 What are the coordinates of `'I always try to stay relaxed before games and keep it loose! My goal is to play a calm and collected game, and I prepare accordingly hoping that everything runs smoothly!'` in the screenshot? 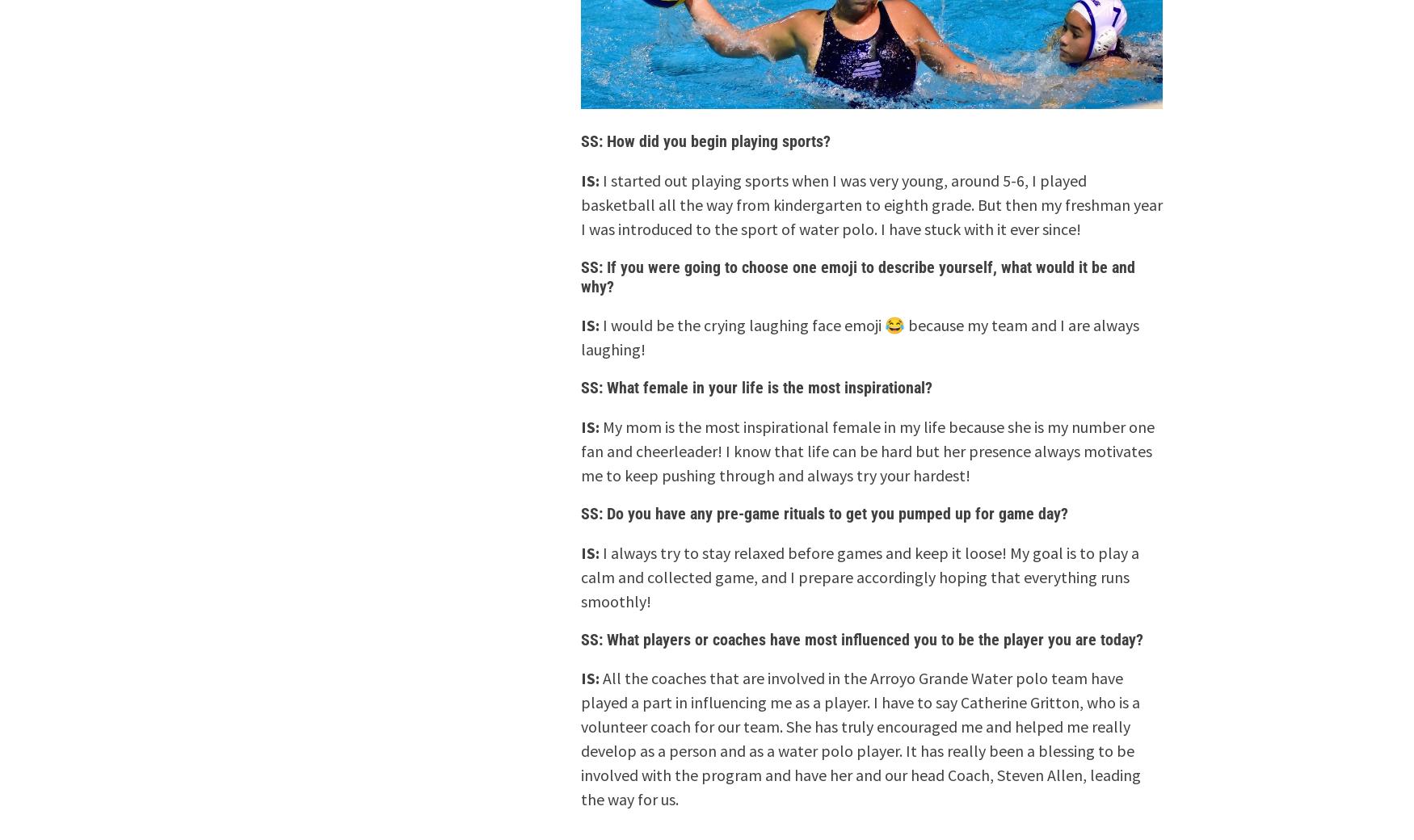 It's located at (860, 576).